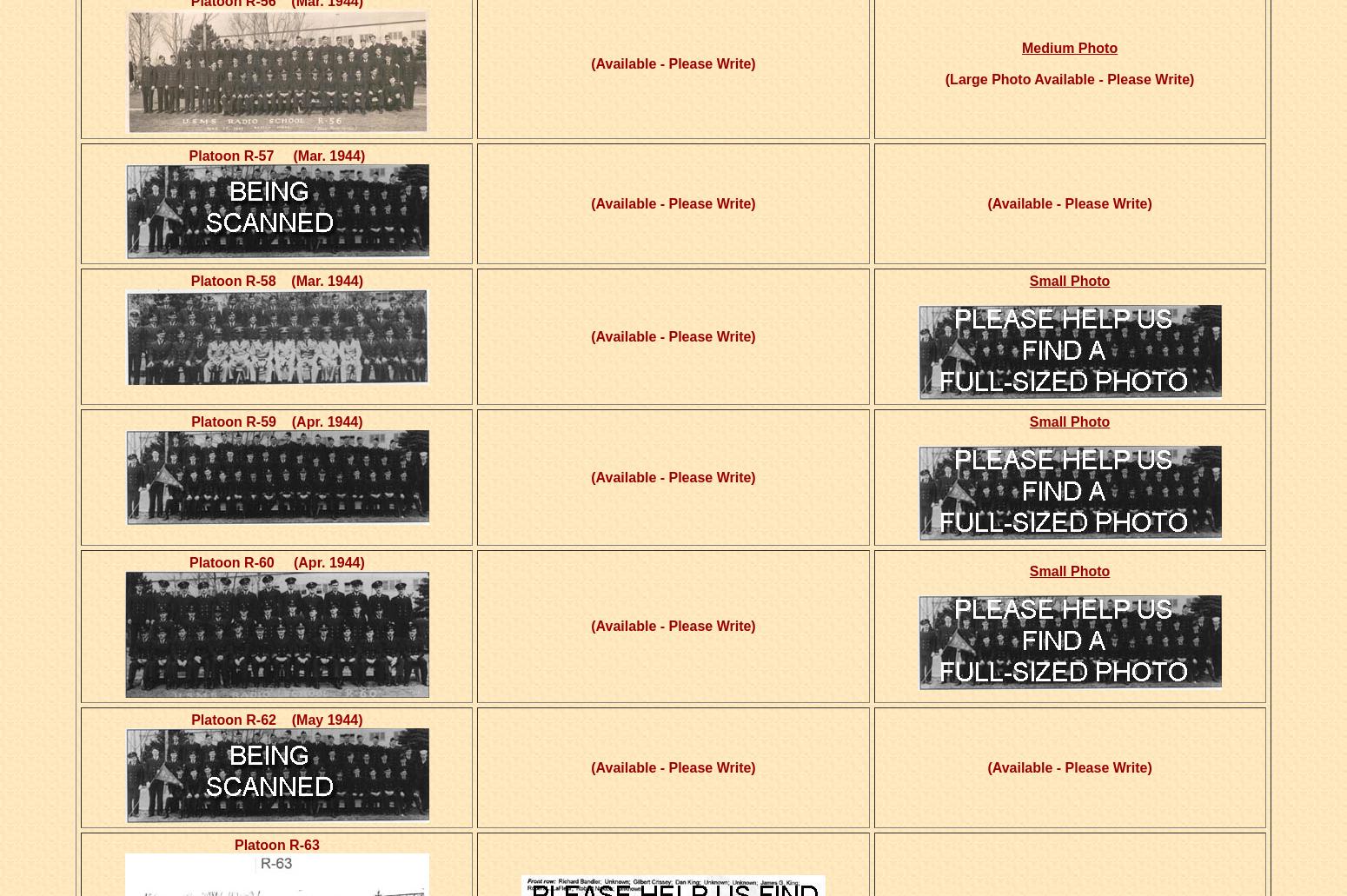 Image resolution: width=1347 pixels, height=896 pixels. I want to click on 'Platoon R-62    (May 
                
                1944)', so click(275, 720).